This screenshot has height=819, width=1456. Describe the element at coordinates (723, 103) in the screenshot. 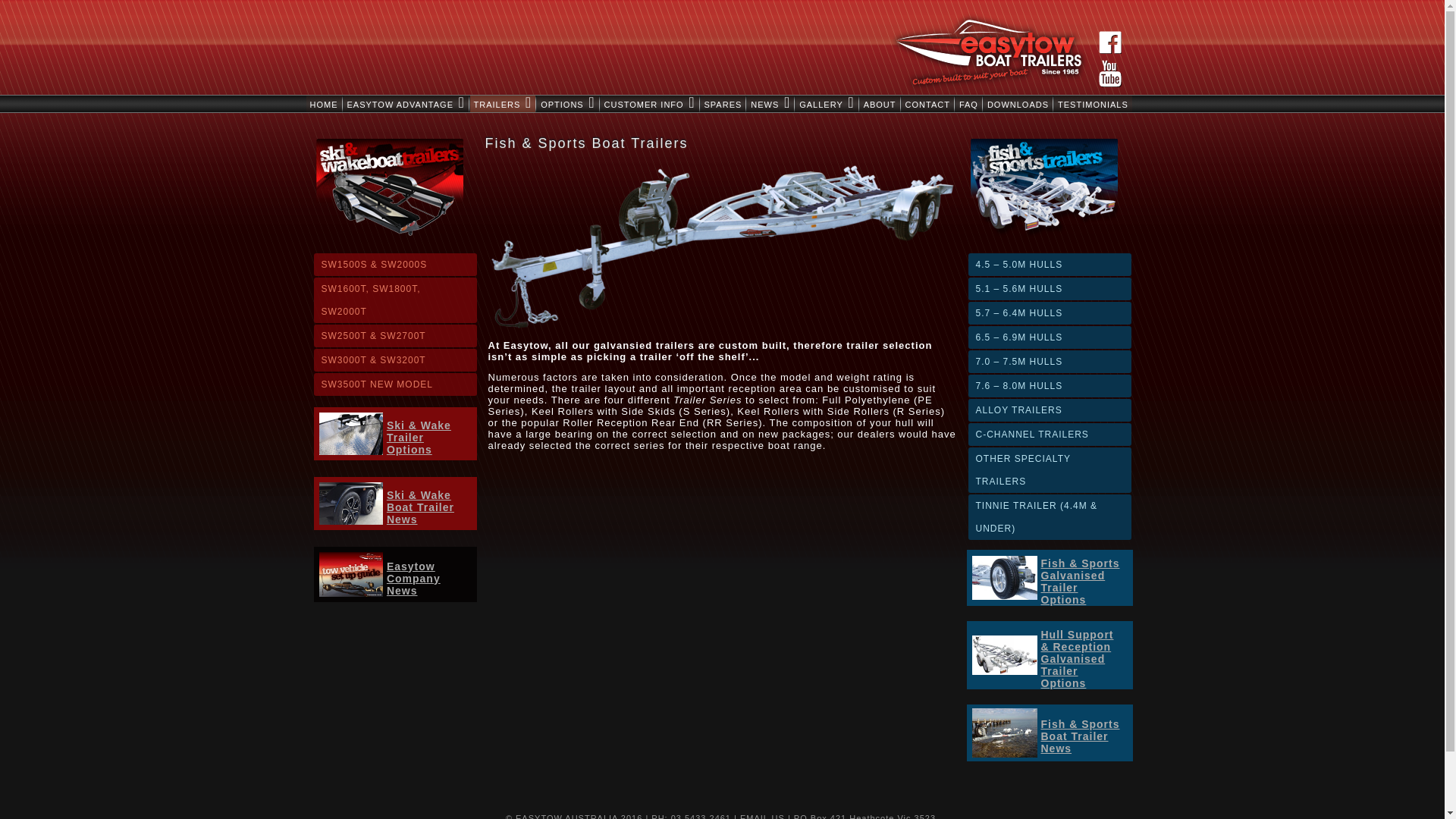

I see `'SPARES'` at that location.